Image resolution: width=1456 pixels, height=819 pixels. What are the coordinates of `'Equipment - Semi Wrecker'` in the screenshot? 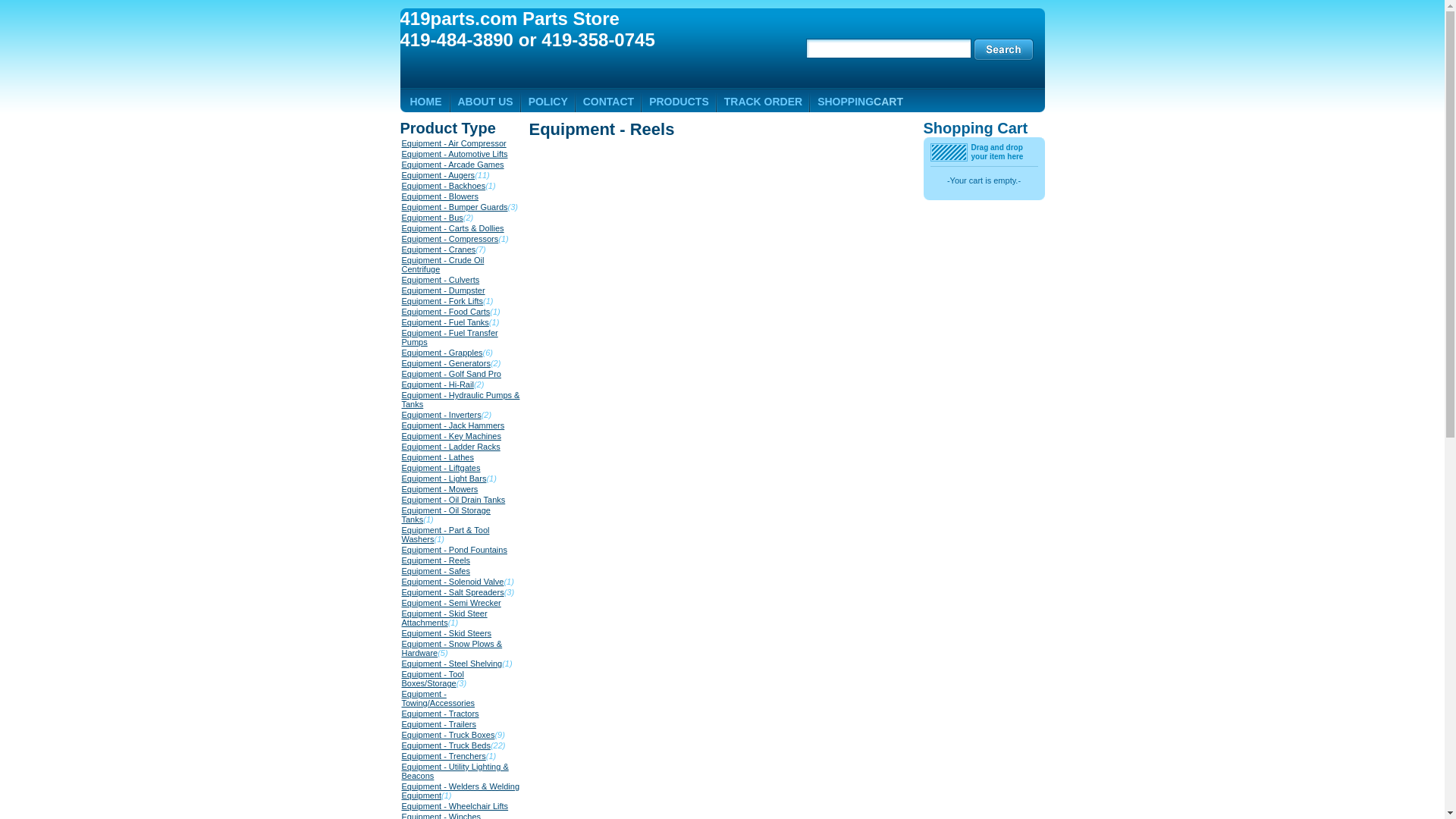 It's located at (450, 601).